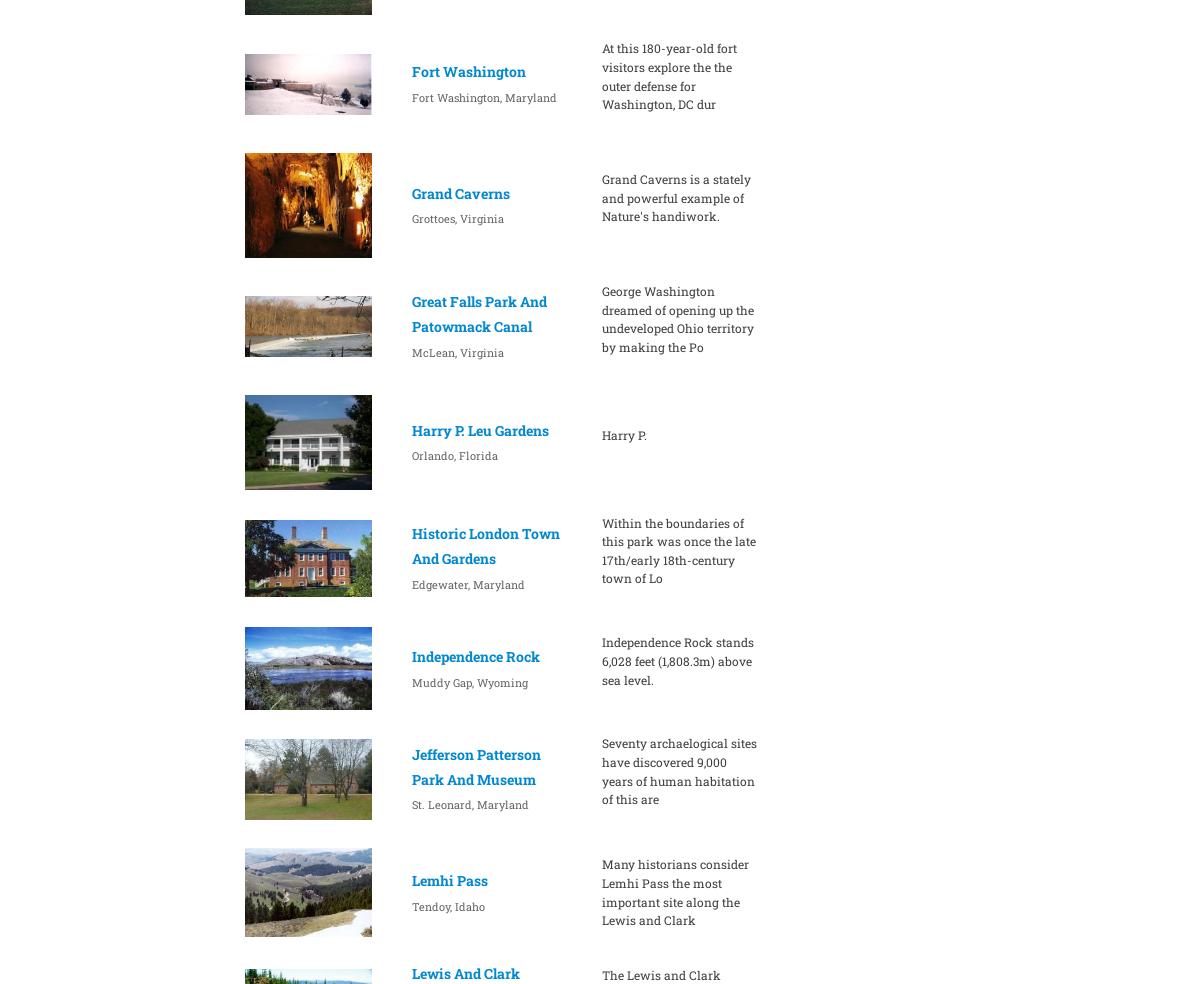 The height and width of the screenshot is (984, 1200). Describe the element at coordinates (467, 681) in the screenshot. I see `'Muddy Gap, Wyoming'` at that location.